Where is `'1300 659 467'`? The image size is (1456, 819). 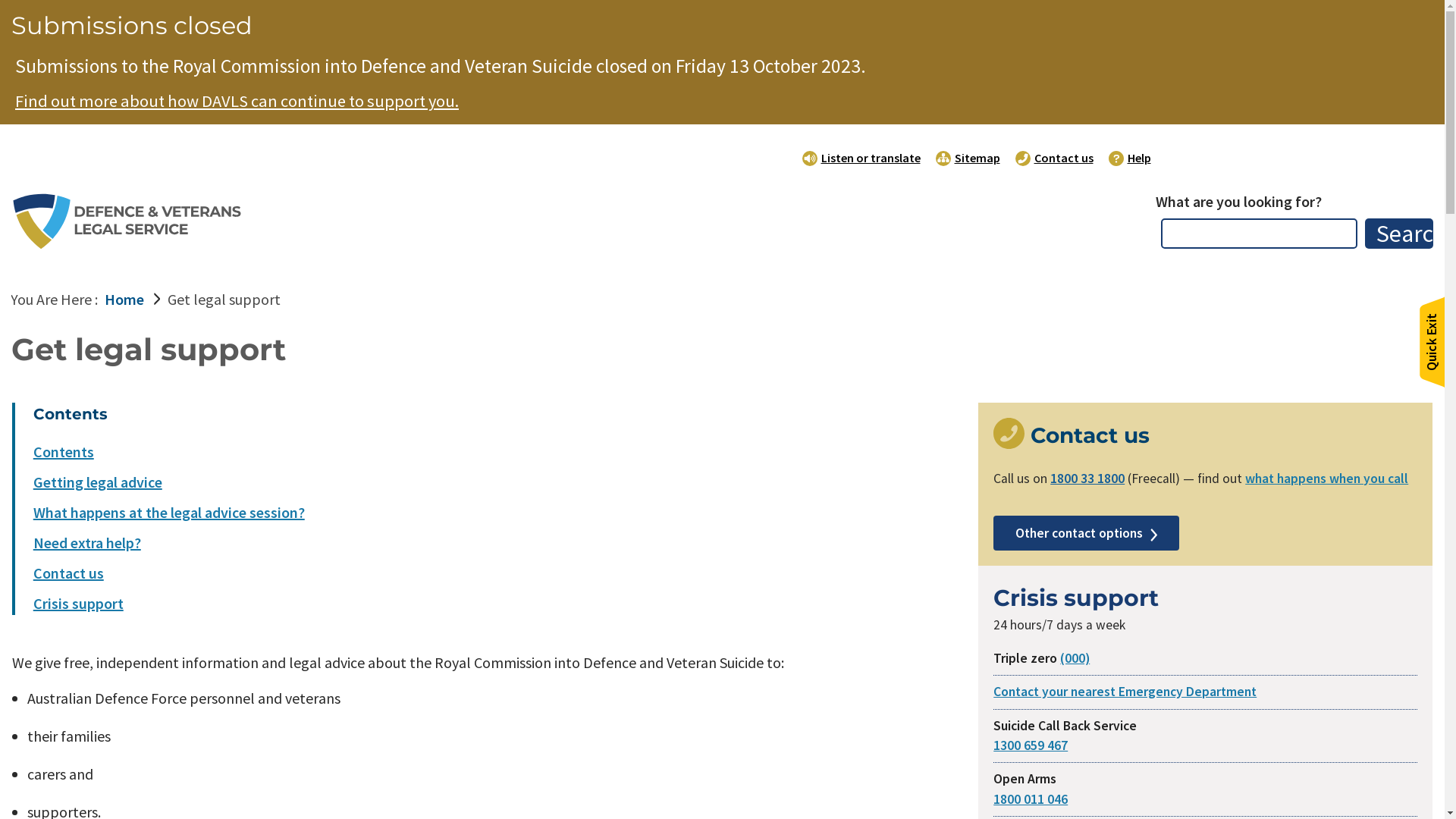 '1300 659 467' is located at coordinates (1030, 745).